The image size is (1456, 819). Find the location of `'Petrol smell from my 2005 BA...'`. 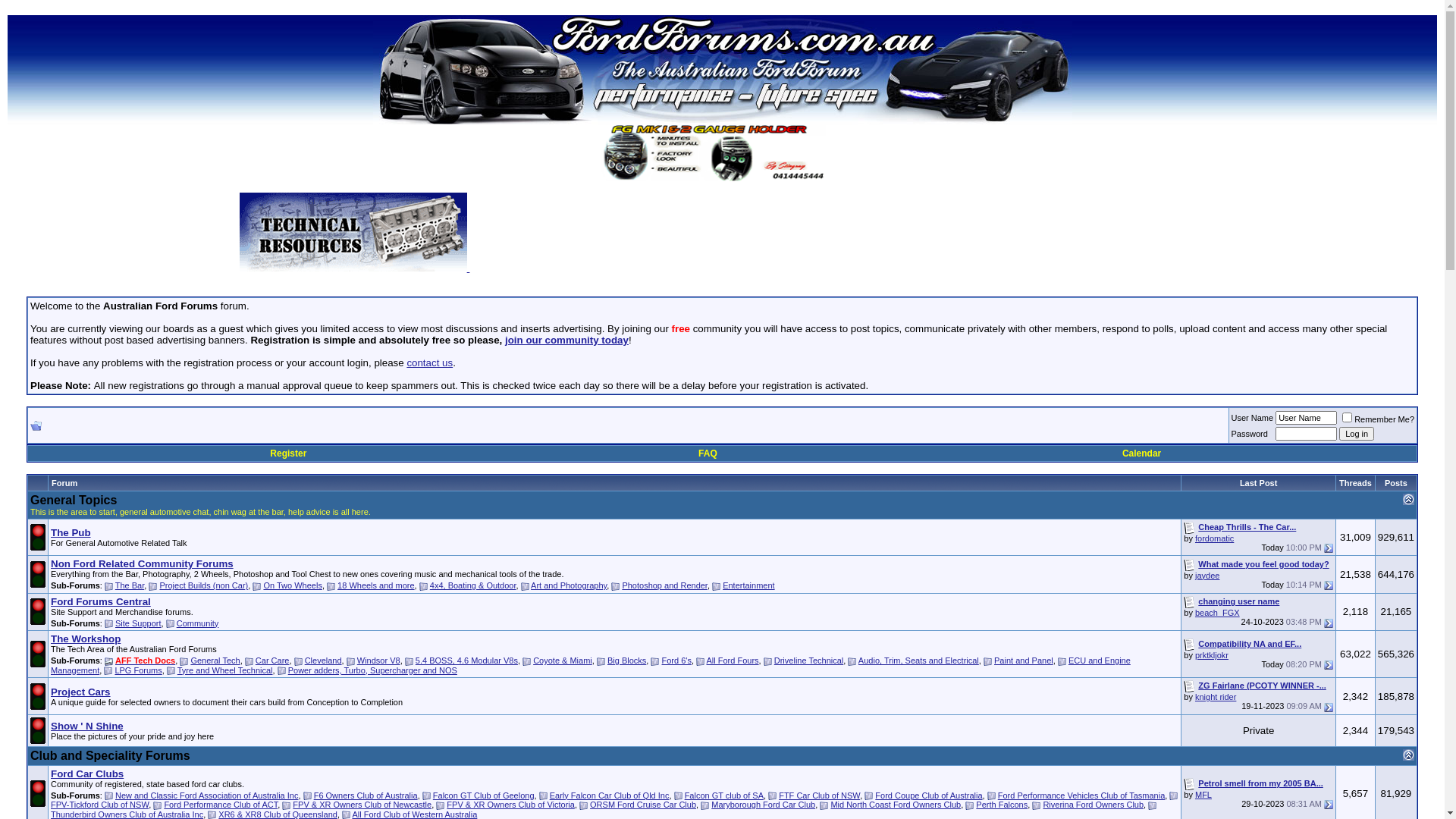

'Petrol smell from my 2005 BA...' is located at coordinates (1260, 783).